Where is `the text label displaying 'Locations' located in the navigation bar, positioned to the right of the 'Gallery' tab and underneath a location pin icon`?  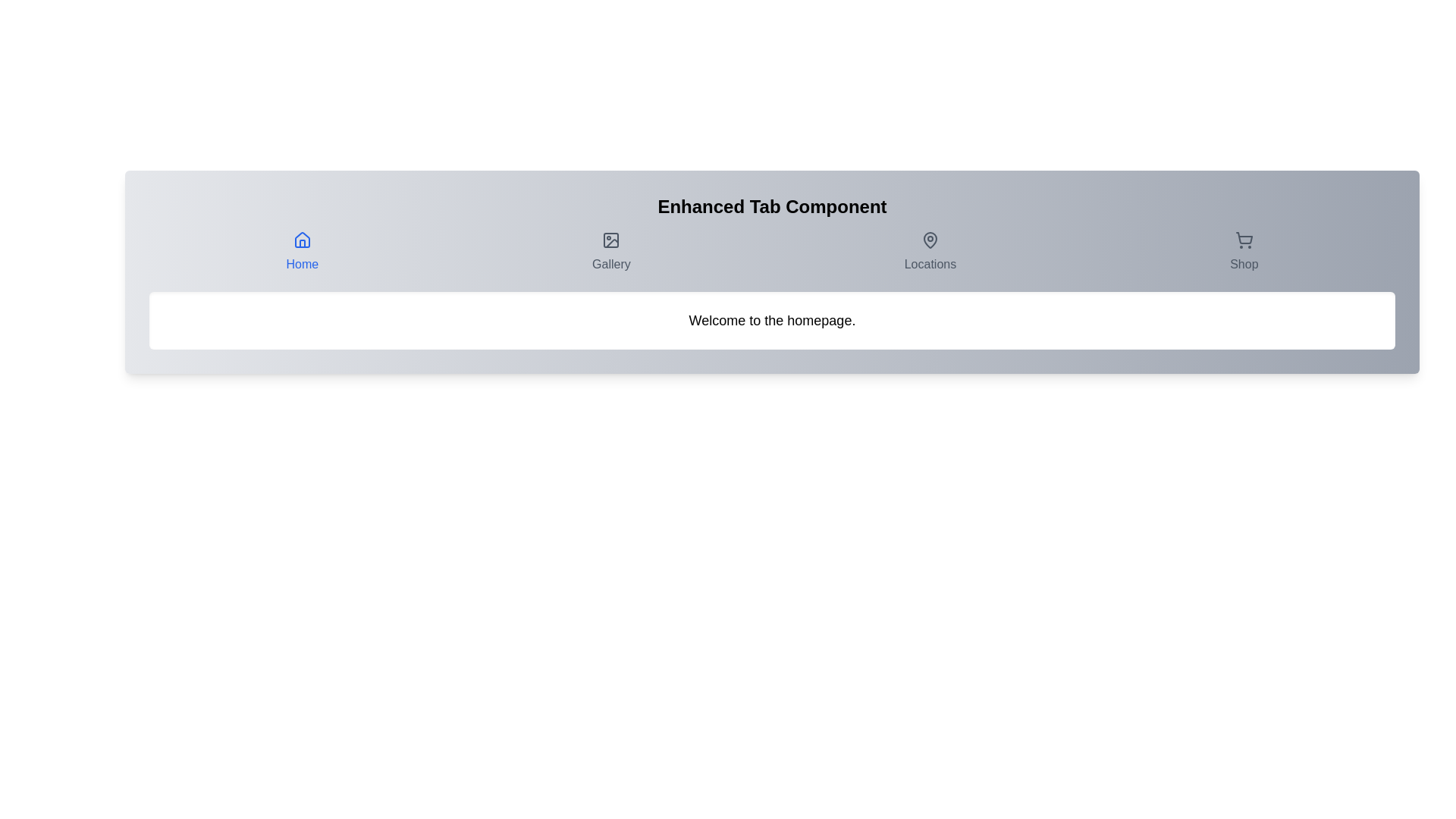 the text label displaying 'Locations' located in the navigation bar, positioned to the right of the 'Gallery' tab and underneath a location pin icon is located at coordinates (929, 263).